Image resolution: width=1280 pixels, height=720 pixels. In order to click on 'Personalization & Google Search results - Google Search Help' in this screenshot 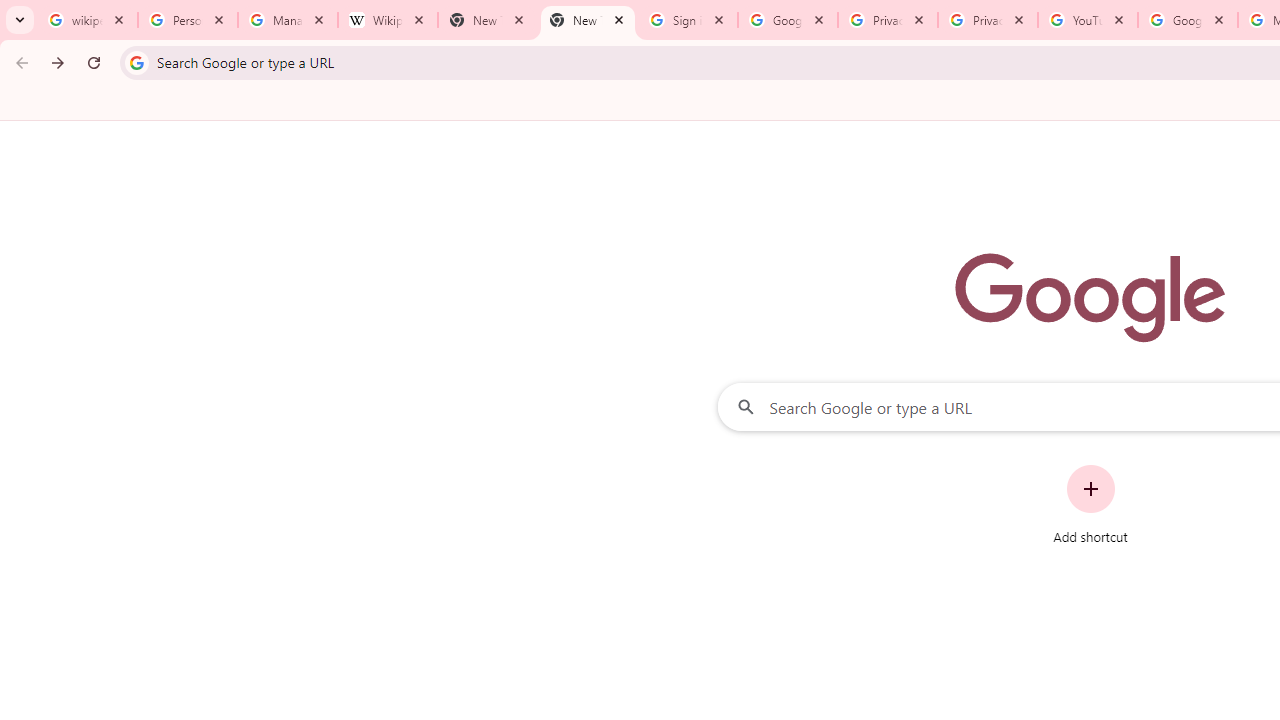, I will do `click(188, 20)`.